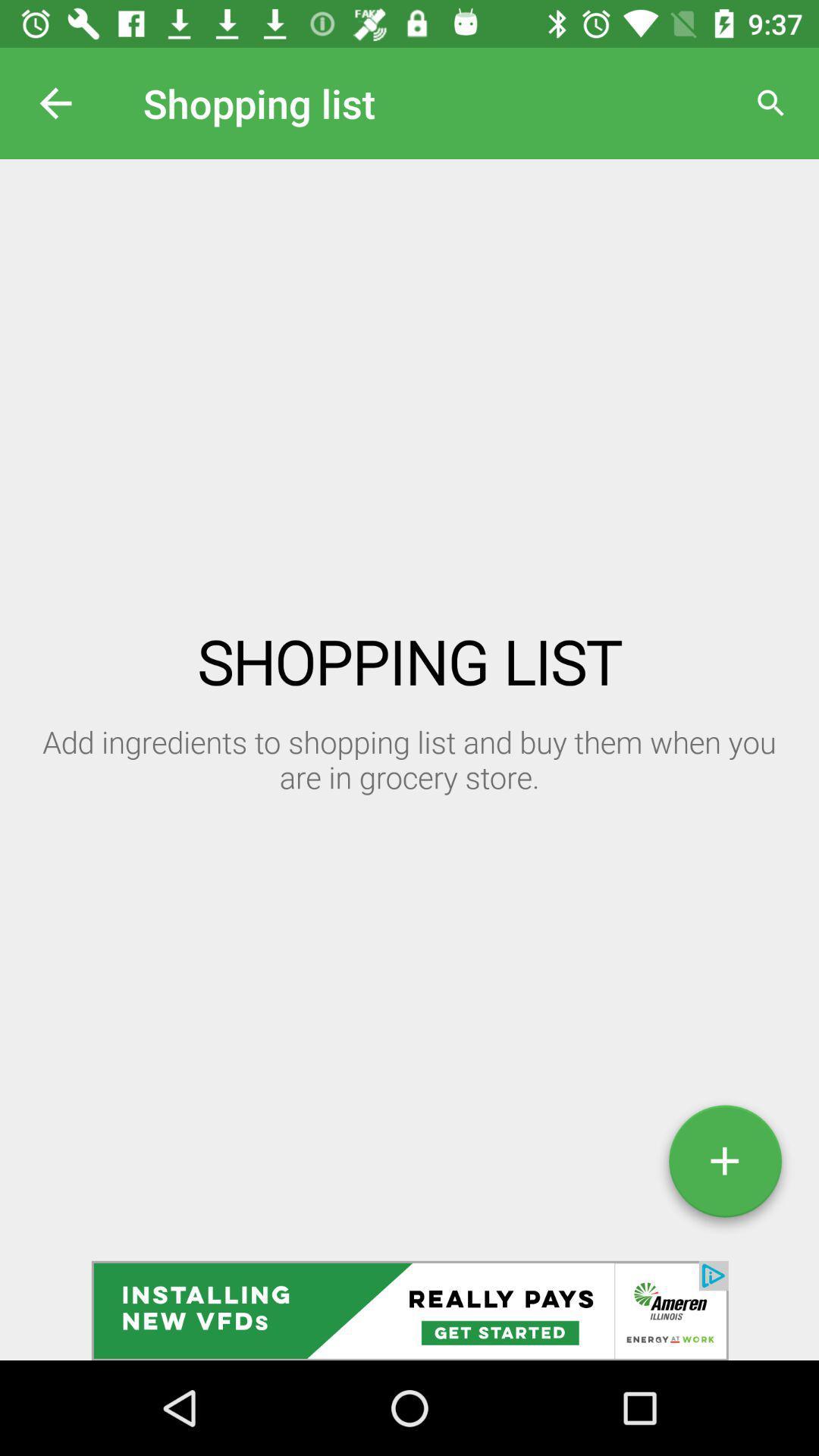  Describe the element at coordinates (724, 1166) in the screenshot. I see `the add icon` at that location.